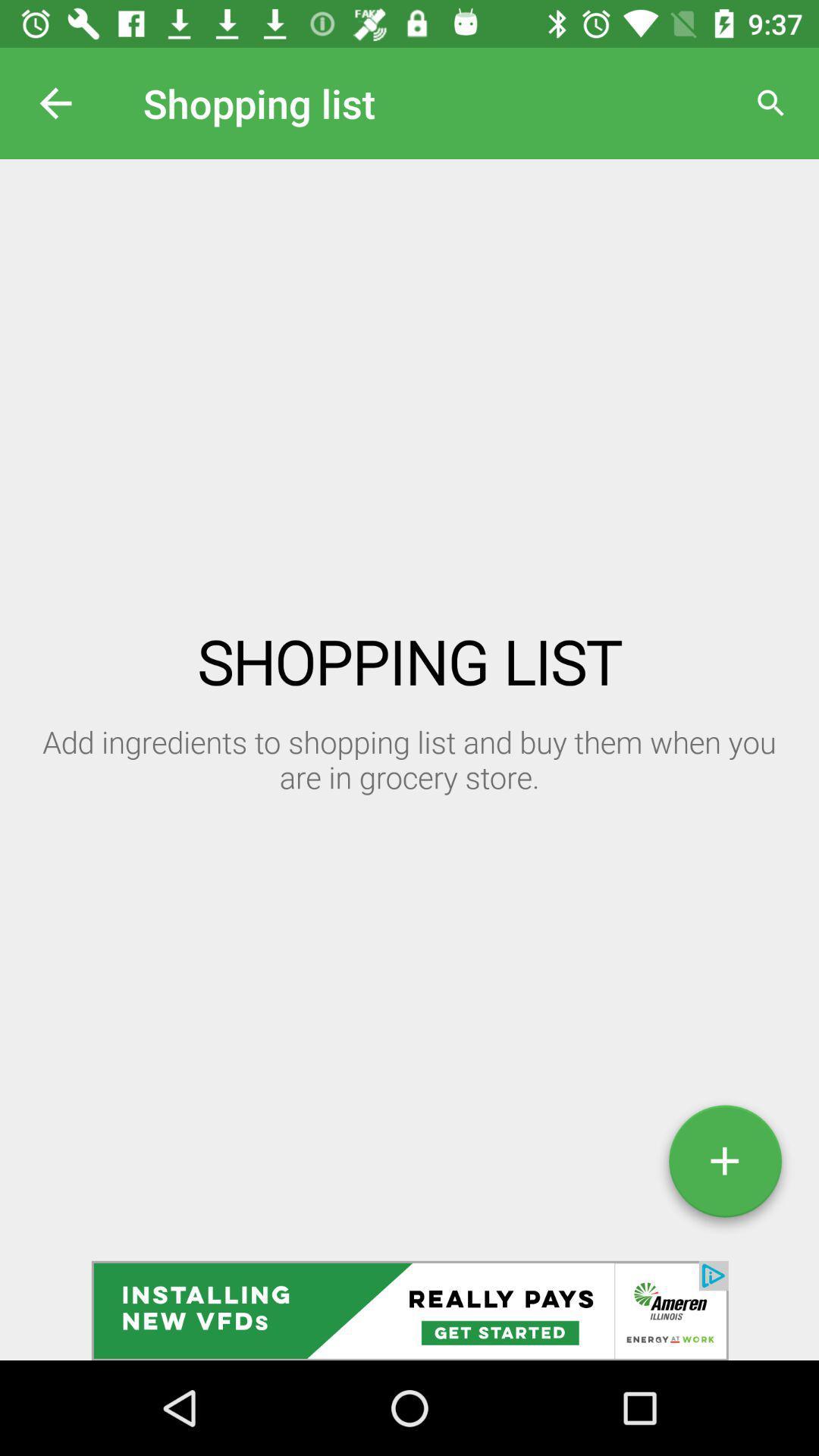  Describe the element at coordinates (724, 1166) in the screenshot. I see `the add icon` at that location.